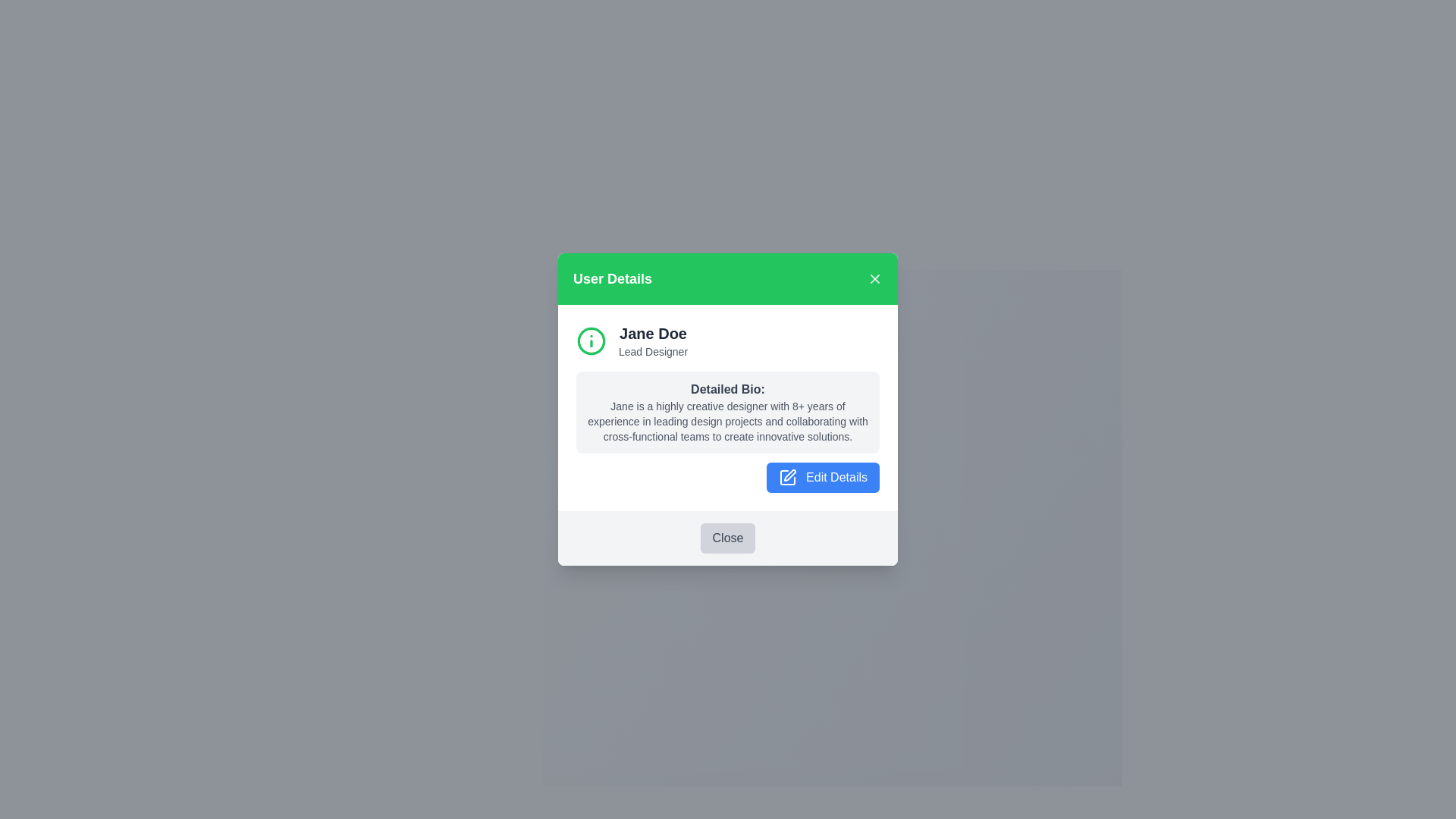  I want to click on the interactive button located at the bottom-right of the 'Detailed Bio:' section, so click(728, 475).